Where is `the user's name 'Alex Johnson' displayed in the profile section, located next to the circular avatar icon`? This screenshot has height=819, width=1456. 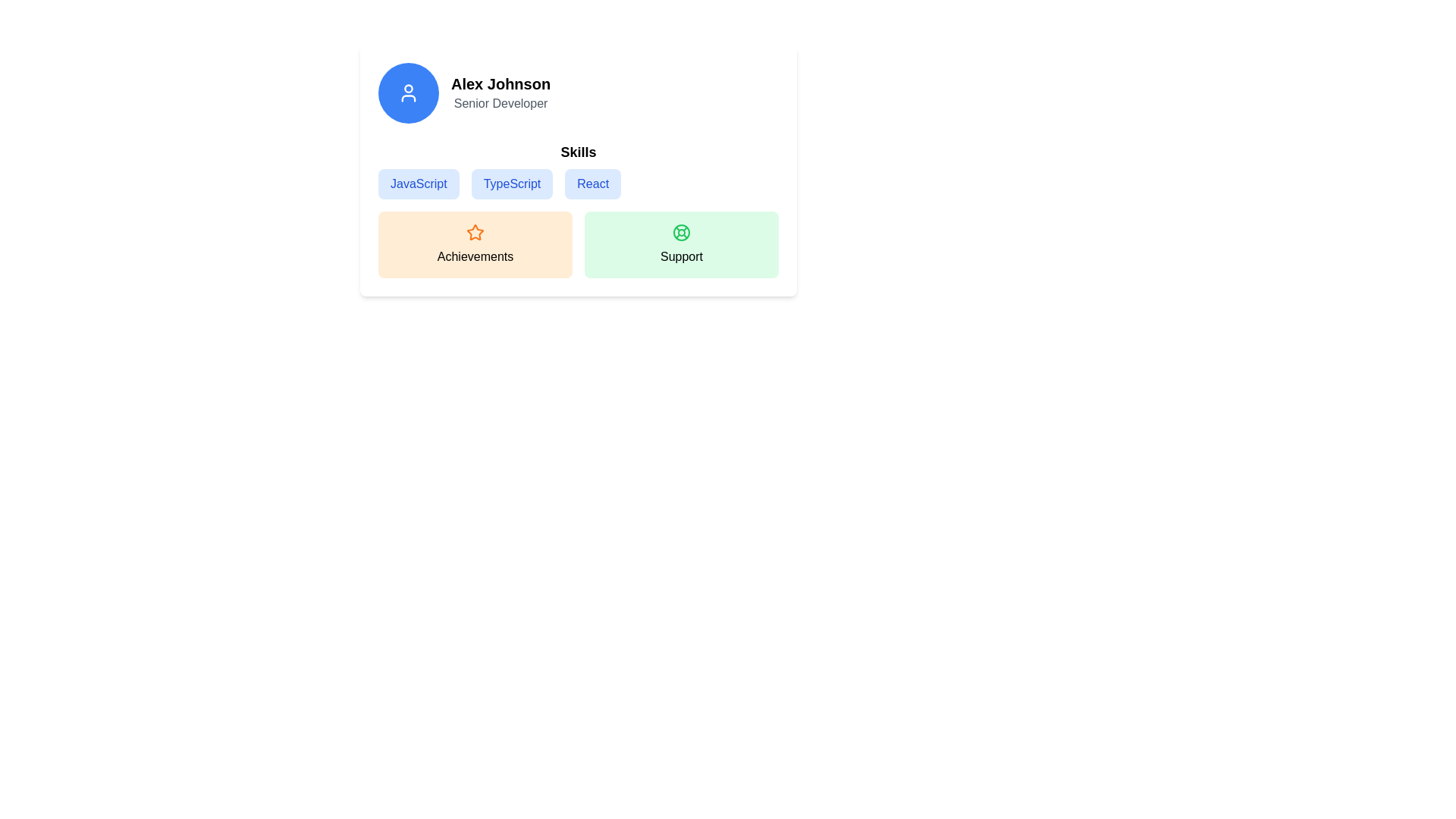 the user's name 'Alex Johnson' displayed in the profile section, located next to the circular avatar icon is located at coordinates (500, 84).